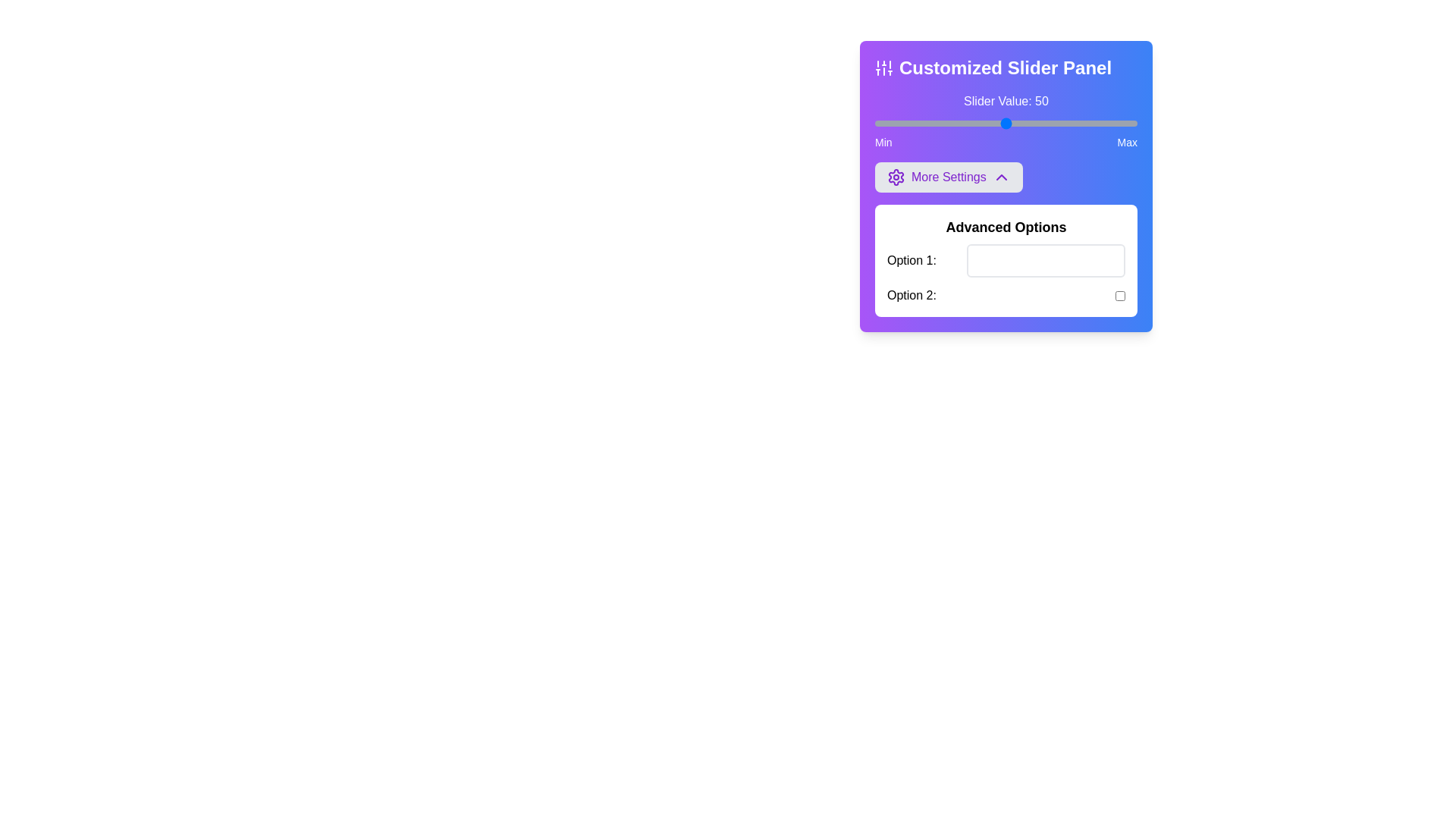 Image resolution: width=1456 pixels, height=819 pixels. What do you see at coordinates (901, 122) in the screenshot?
I see `the slider` at bounding box center [901, 122].